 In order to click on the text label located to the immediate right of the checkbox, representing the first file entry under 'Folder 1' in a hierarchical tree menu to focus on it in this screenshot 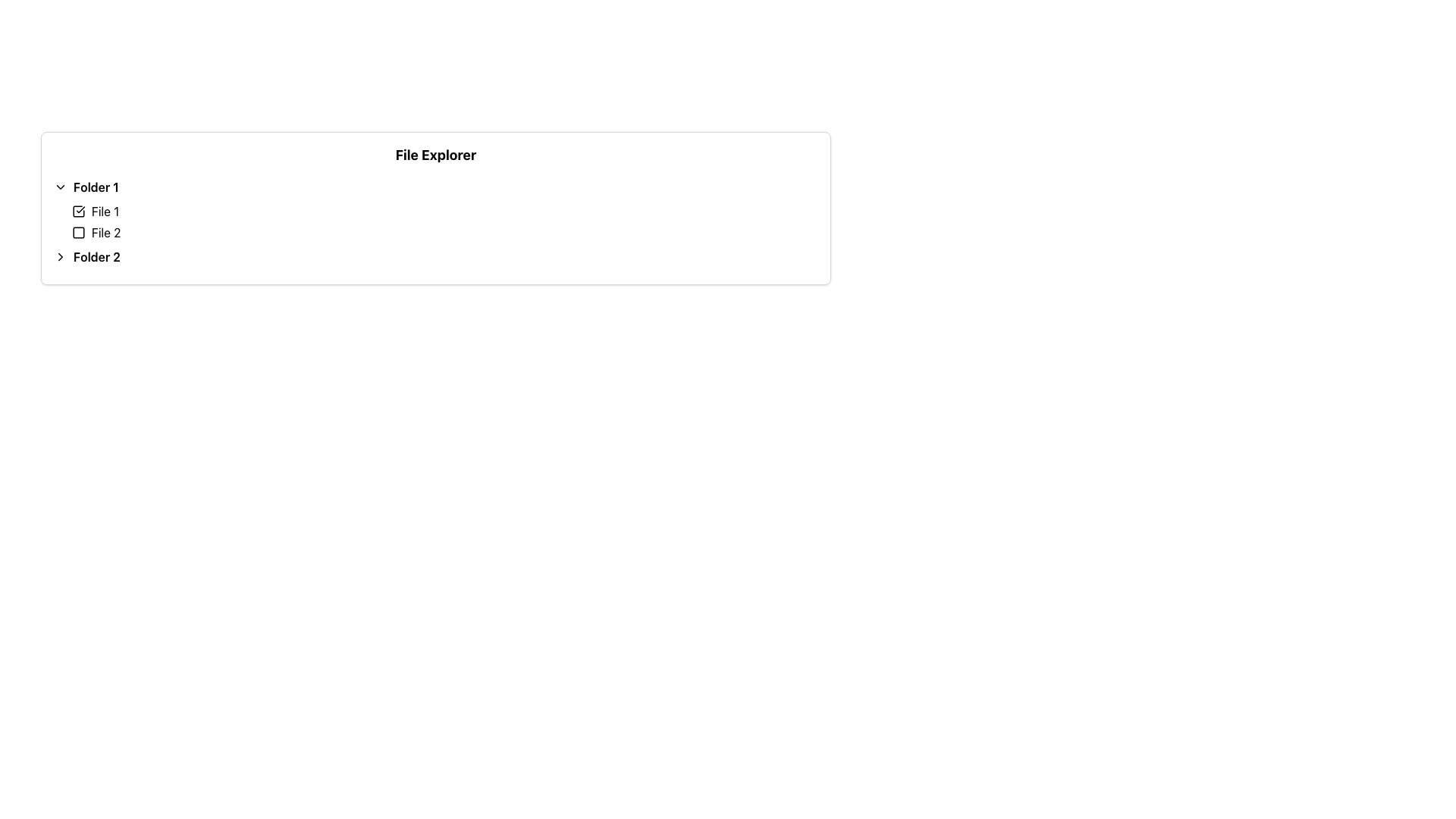, I will do `click(105, 211)`.